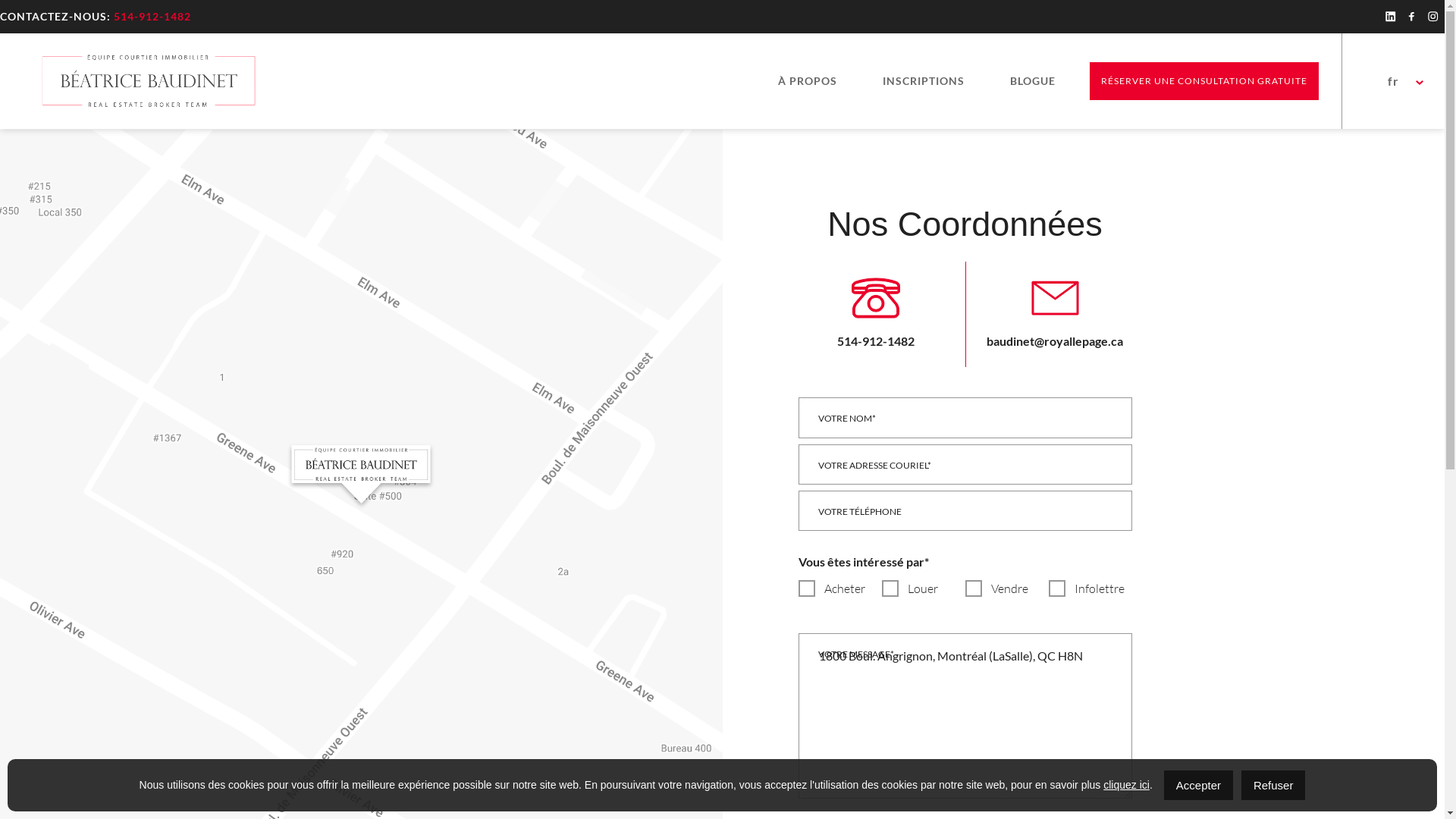 The width and height of the screenshot is (1456, 819). What do you see at coordinates (998, 81) in the screenshot?
I see `'BLOGUE'` at bounding box center [998, 81].